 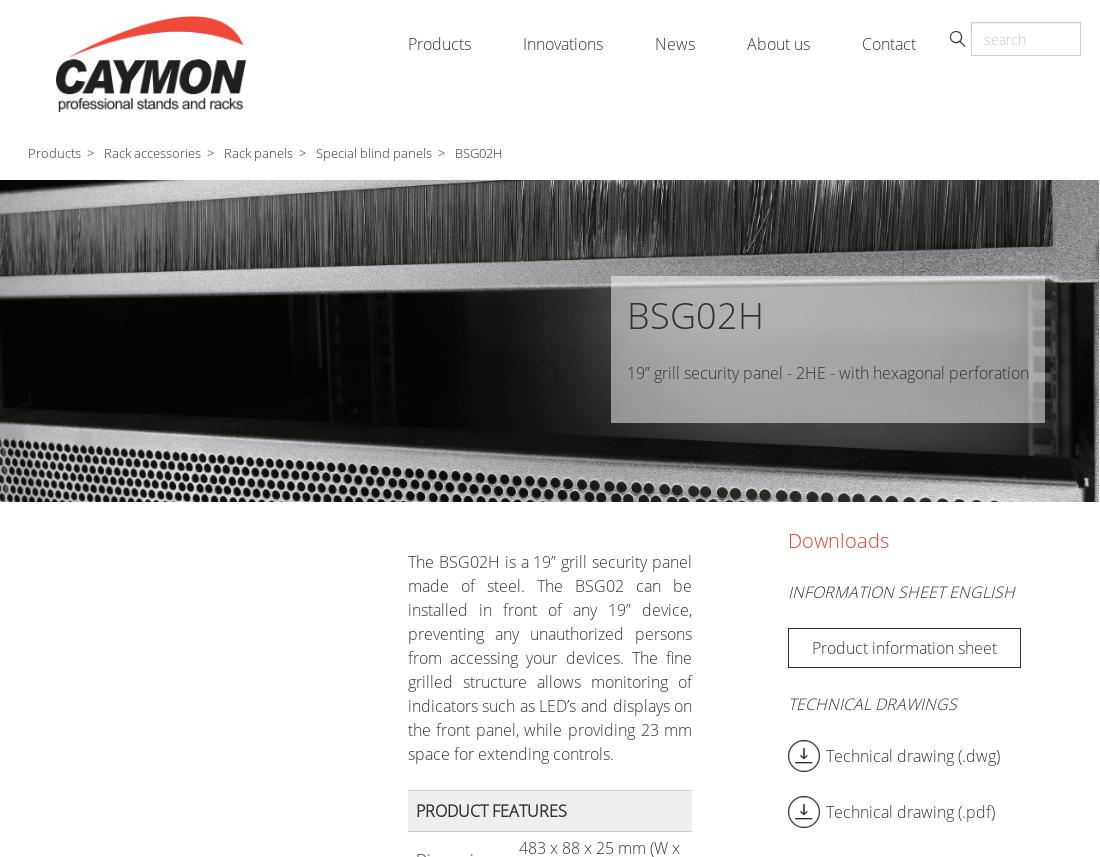 I want to click on 'News', so click(x=673, y=42).